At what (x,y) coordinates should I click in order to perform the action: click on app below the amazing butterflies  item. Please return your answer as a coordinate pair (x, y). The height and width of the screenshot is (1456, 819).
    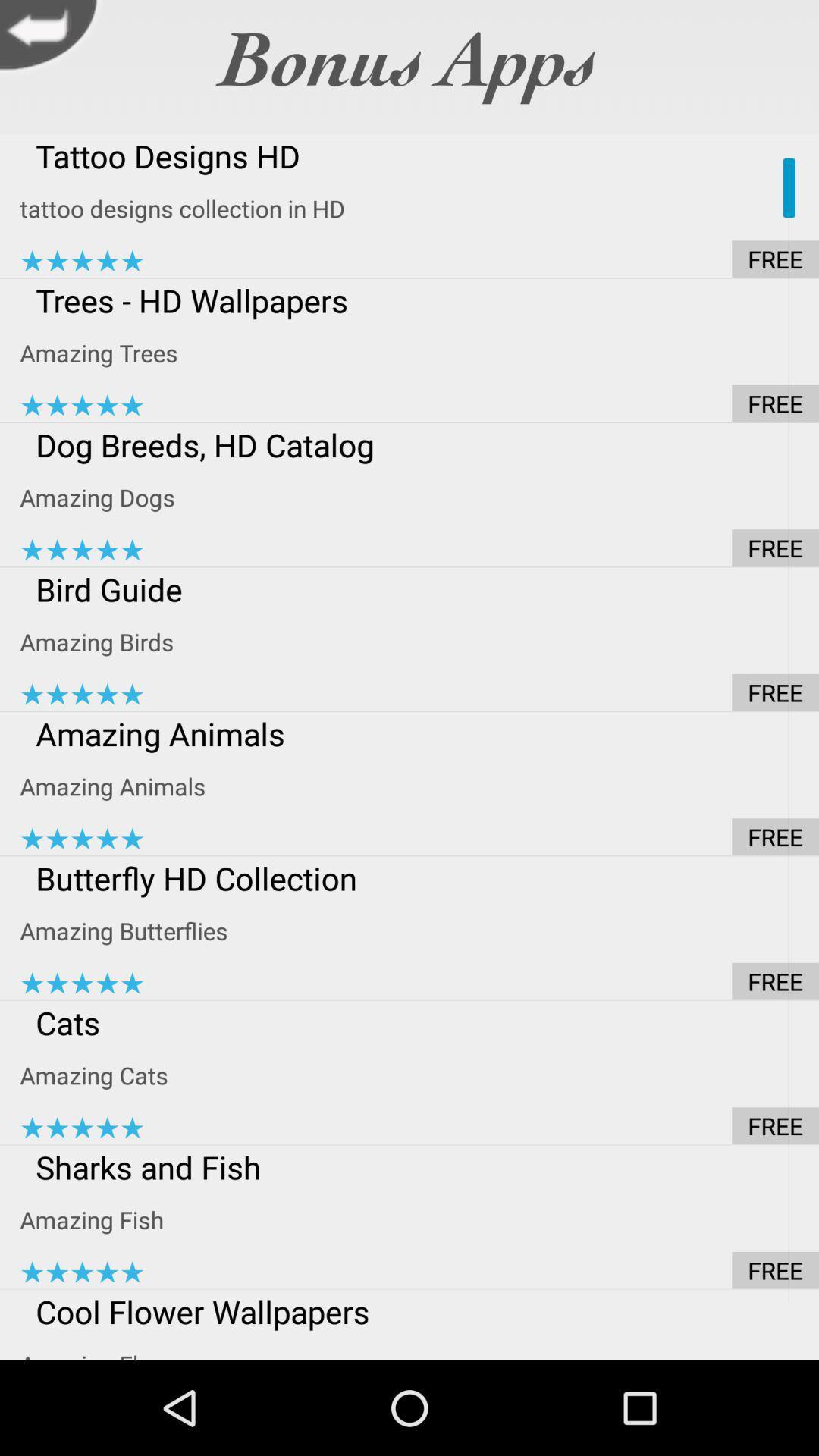
    Looking at the image, I should click on (419, 981).